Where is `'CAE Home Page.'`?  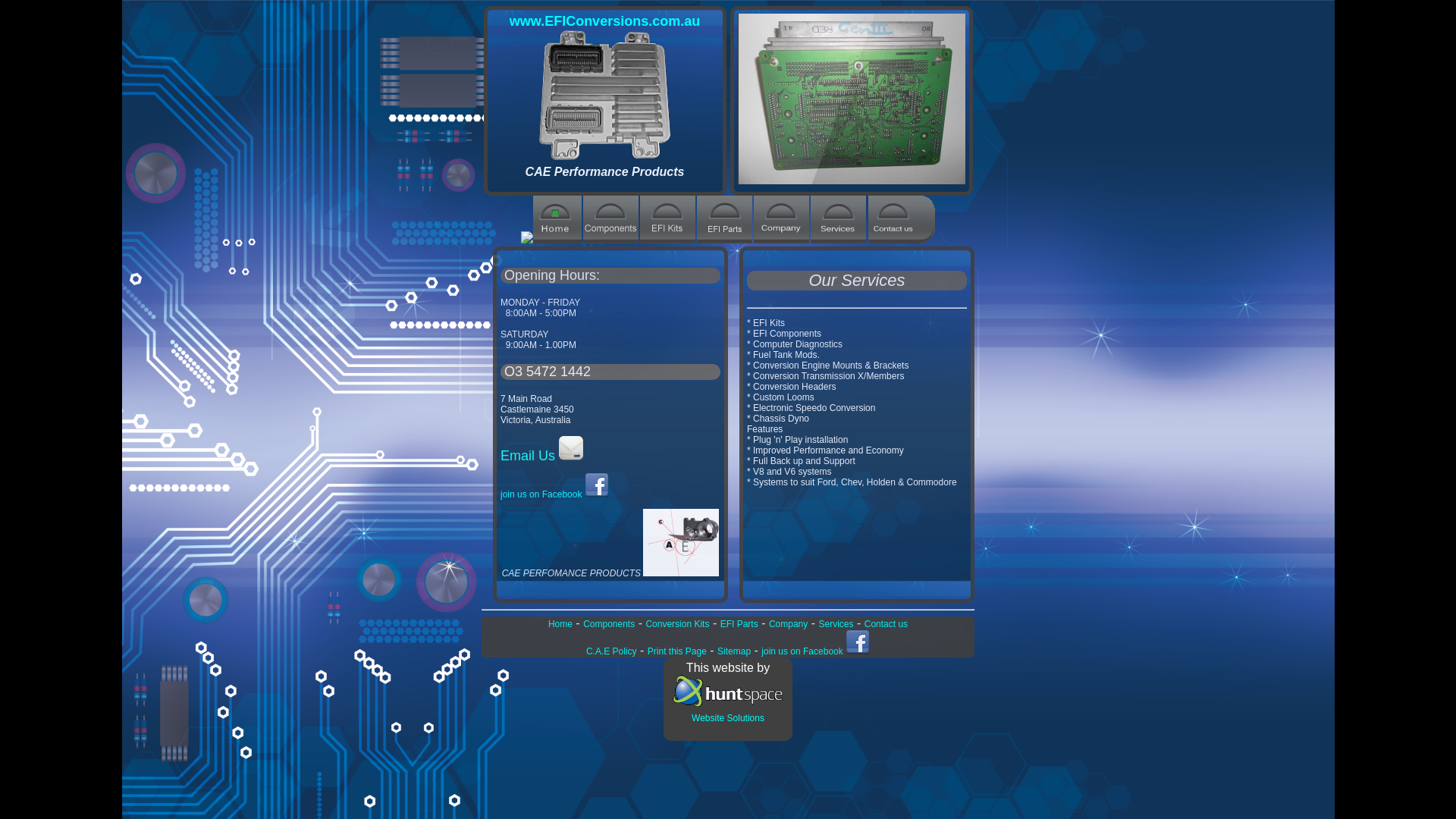
'CAE Home Page.' is located at coordinates (556, 239).